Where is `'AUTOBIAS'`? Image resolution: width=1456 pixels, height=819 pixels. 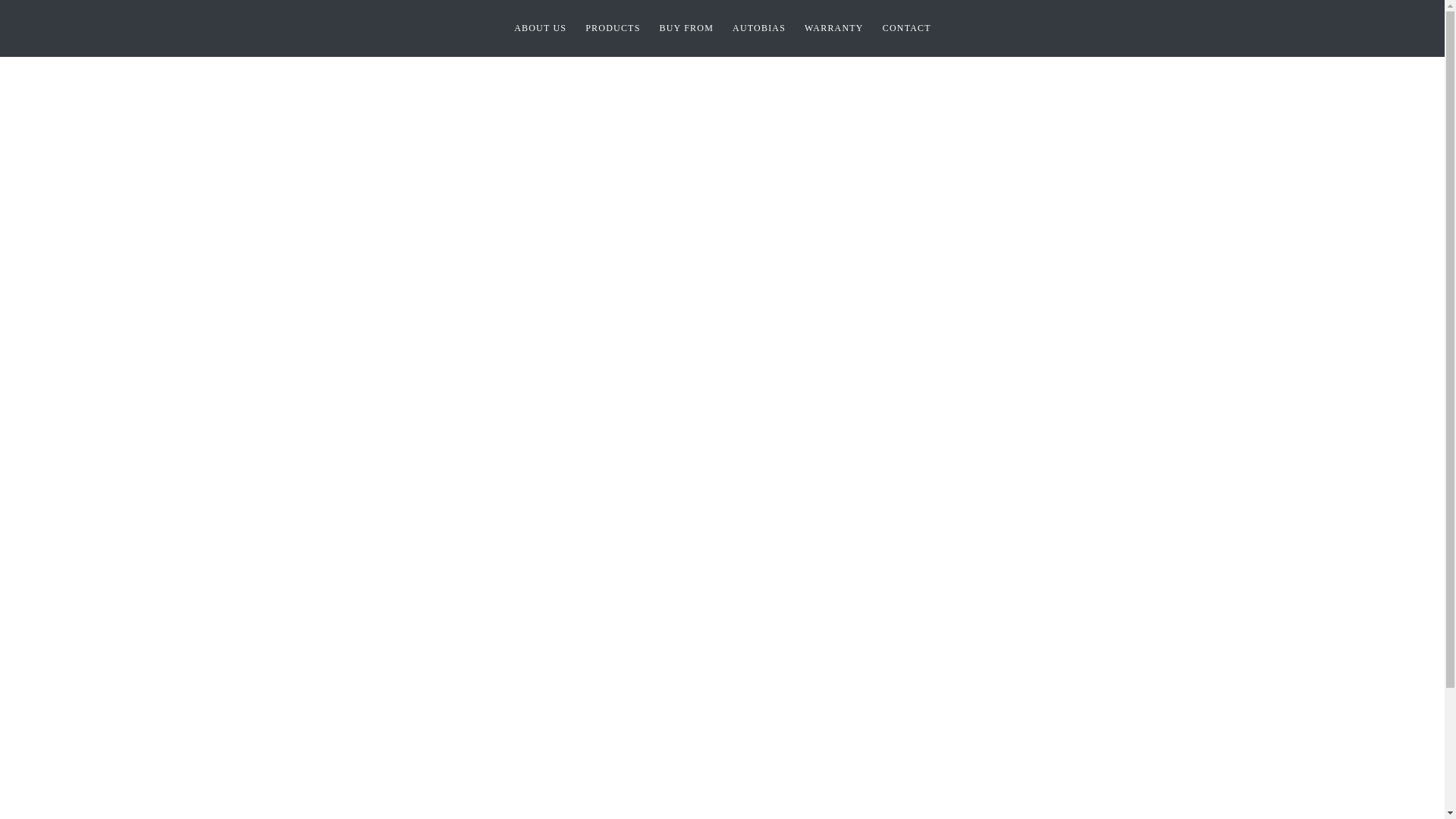 'AUTOBIAS' is located at coordinates (759, 28).